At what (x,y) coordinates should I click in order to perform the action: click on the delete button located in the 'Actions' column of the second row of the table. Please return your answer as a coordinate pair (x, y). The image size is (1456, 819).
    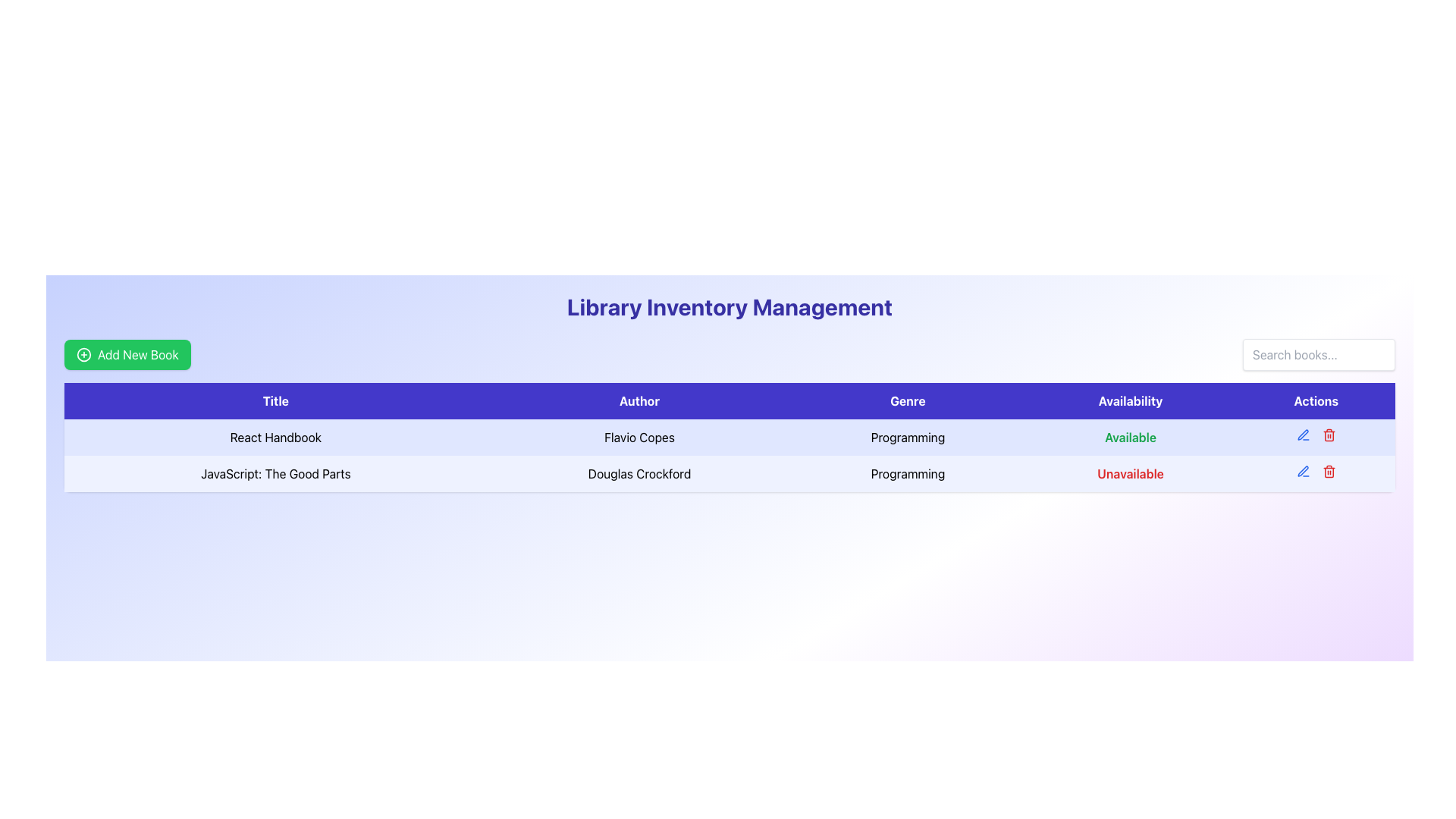
    Looking at the image, I should click on (1328, 470).